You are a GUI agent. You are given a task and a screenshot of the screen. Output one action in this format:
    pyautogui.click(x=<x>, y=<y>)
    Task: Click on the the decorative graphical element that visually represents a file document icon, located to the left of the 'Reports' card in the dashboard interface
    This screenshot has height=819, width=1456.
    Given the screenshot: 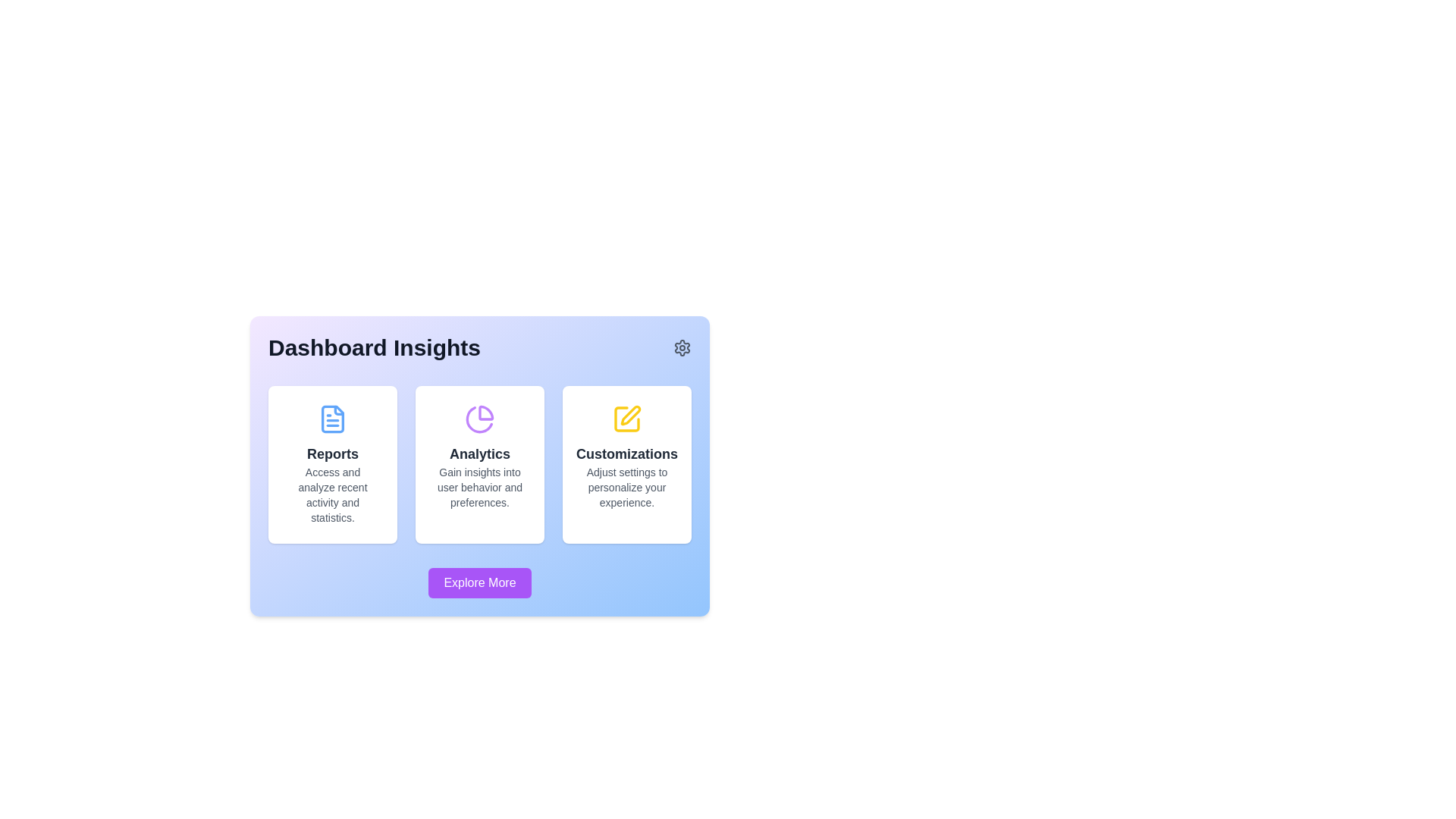 What is the action you would take?
    pyautogui.click(x=338, y=410)
    